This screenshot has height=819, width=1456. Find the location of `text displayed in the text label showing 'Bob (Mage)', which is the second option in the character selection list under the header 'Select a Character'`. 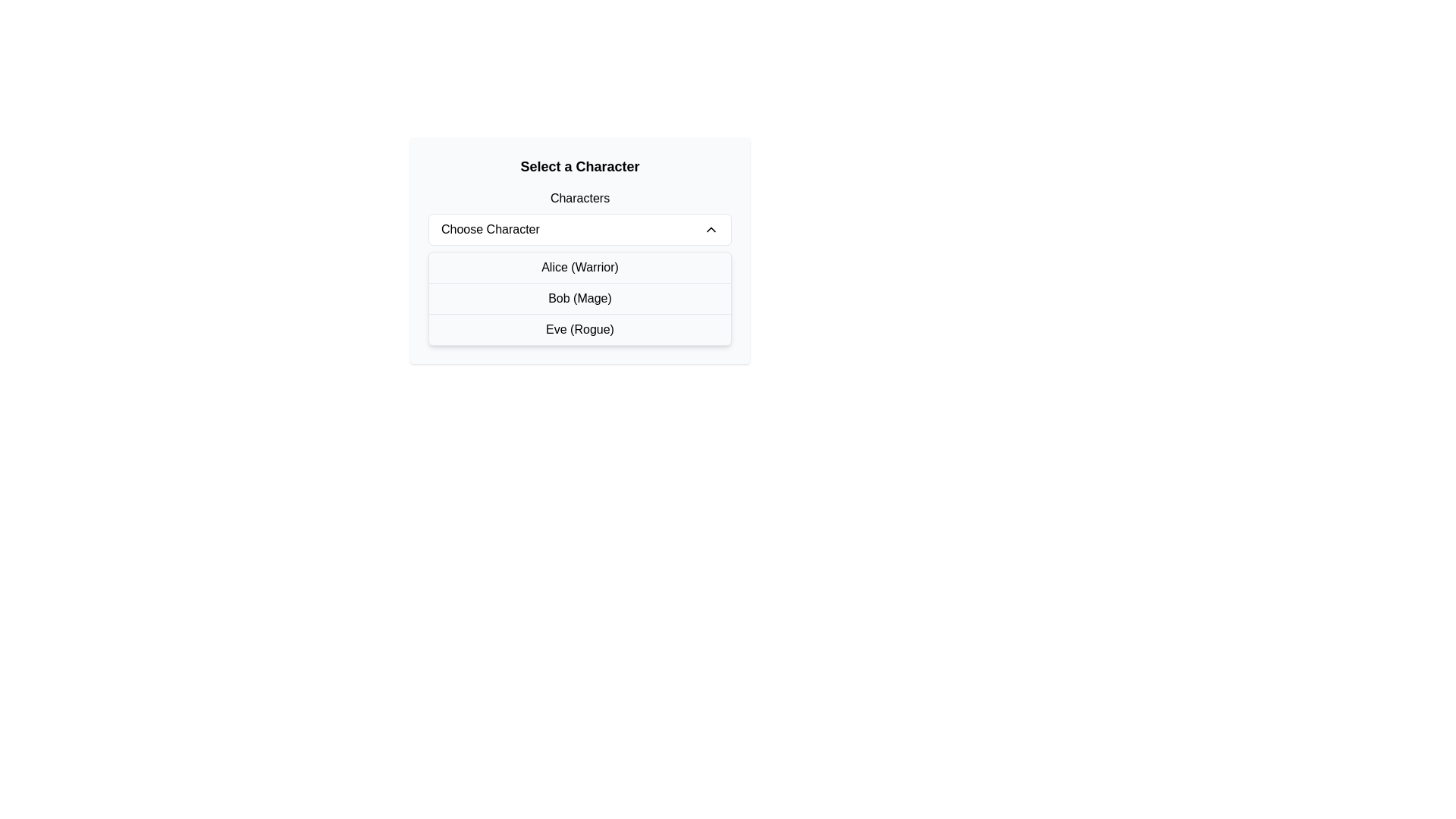

text displayed in the text label showing 'Bob (Mage)', which is the second option in the character selection list under the header 'Select a Character' is located at coordinates (579, 298).